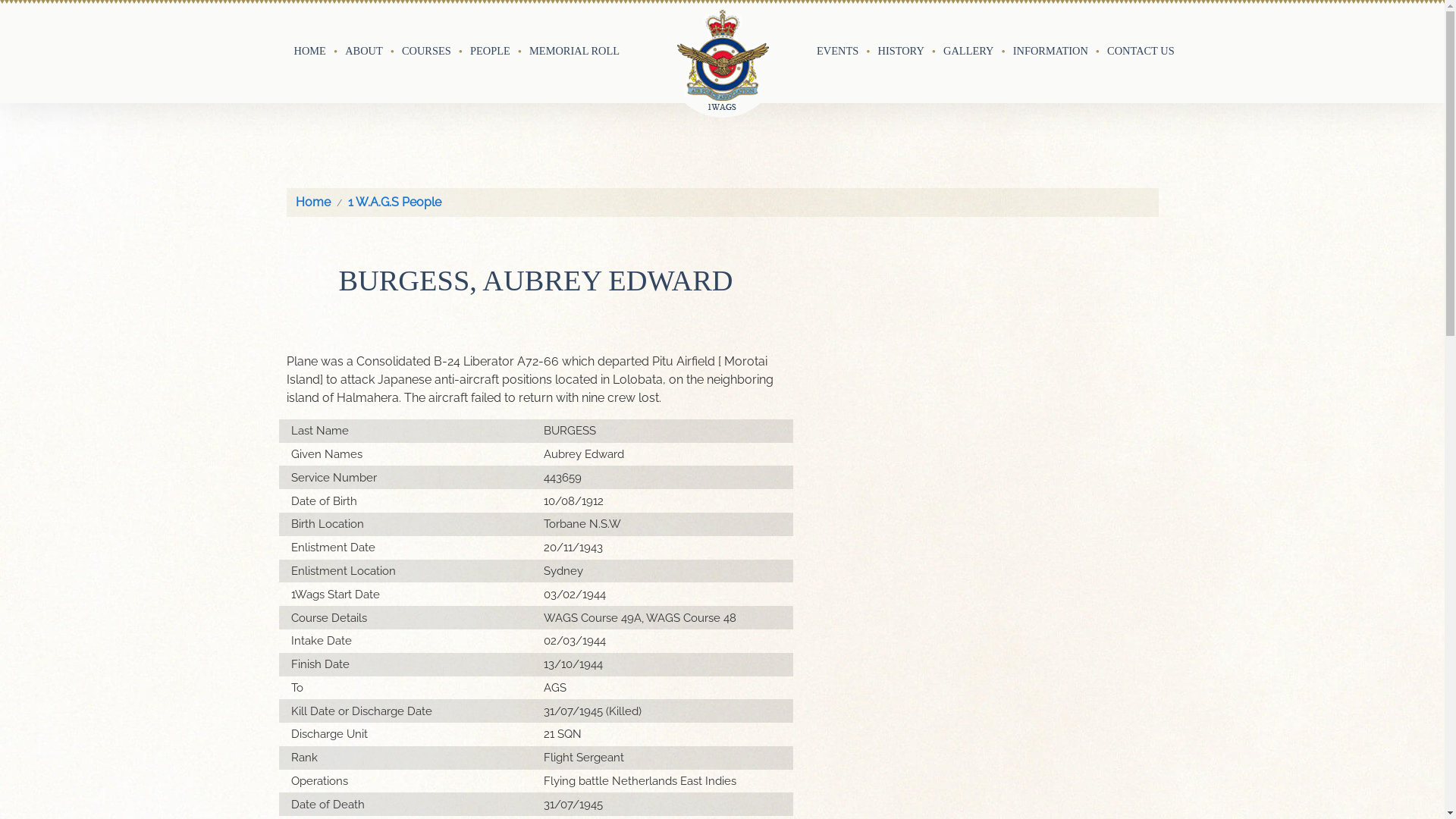 Image resolution: width=1456 pixels, height=819 pixels. Describe the element at coordinates (337, 50) in the screenshot. I see `'ABOUT'` at that location.